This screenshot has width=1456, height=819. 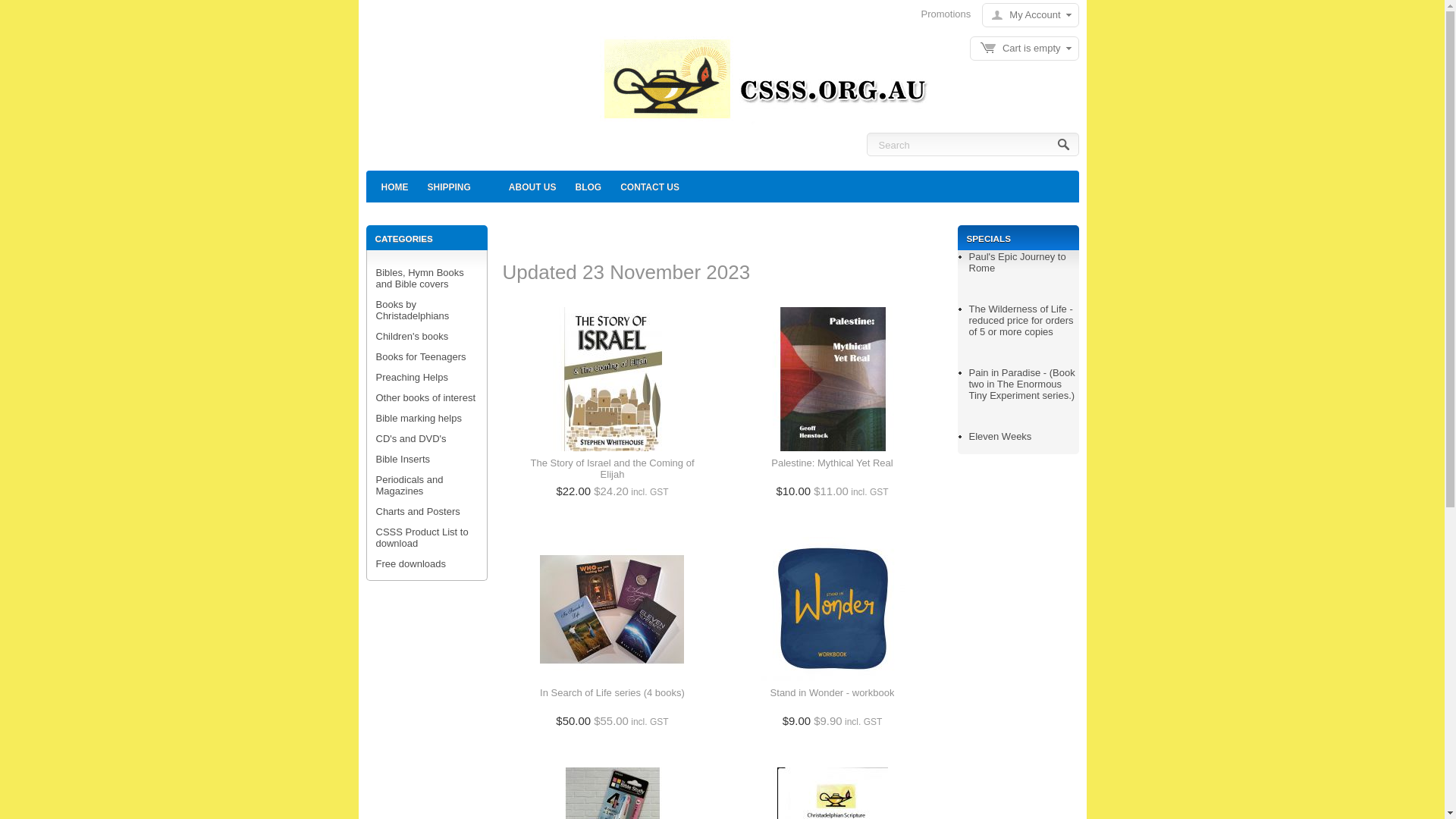 I want to click on 'CD's and DVD's', so click(x=411, y=438).